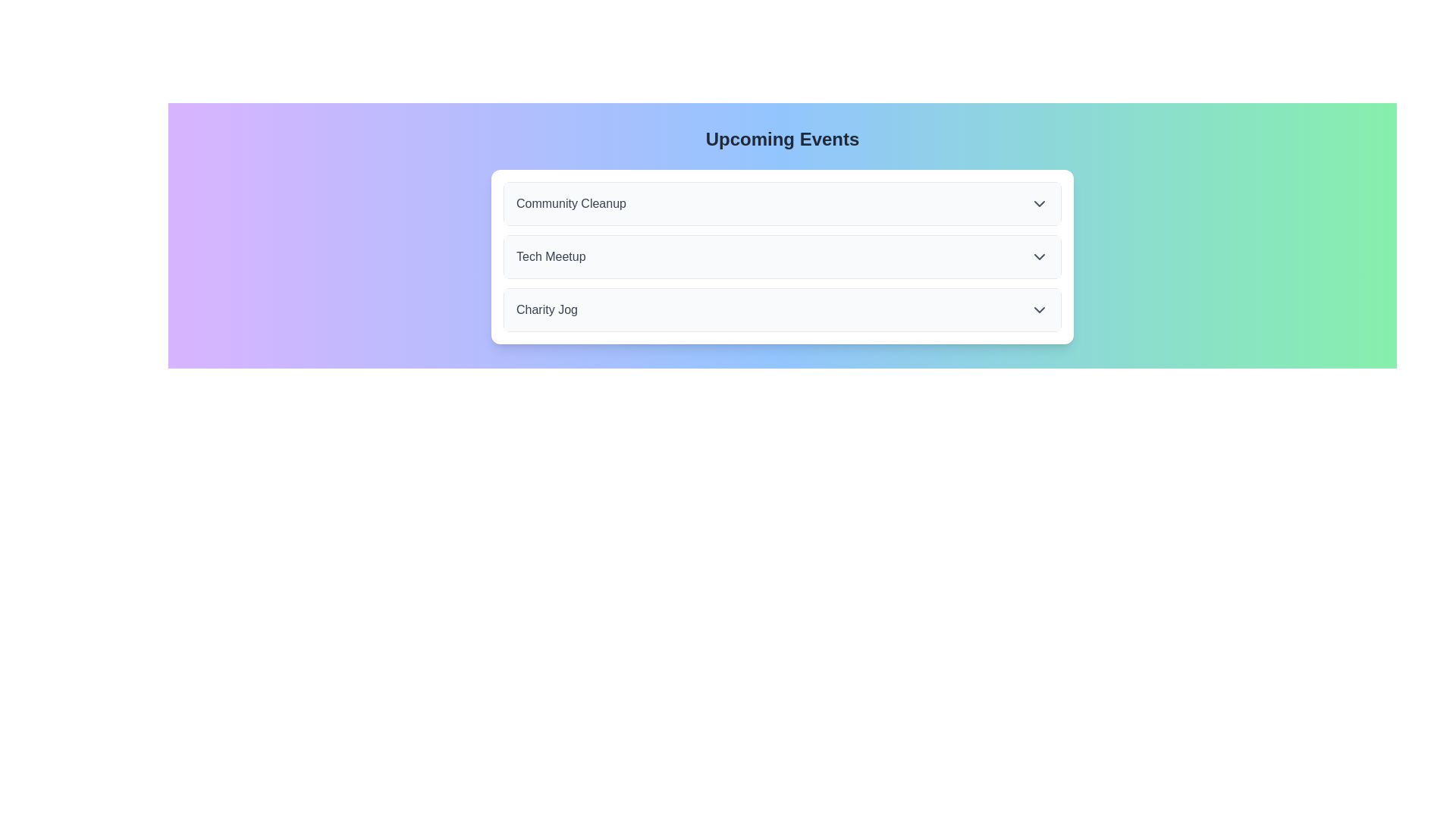 The width and height of the screenshot is (1456, 819). What do you see at coordinates (783, 256) in the screenshot?
I see `the second dropdown list item for 'Tech Meetup' located under 'Upcoming Events'` at bounding box center [783, 256].